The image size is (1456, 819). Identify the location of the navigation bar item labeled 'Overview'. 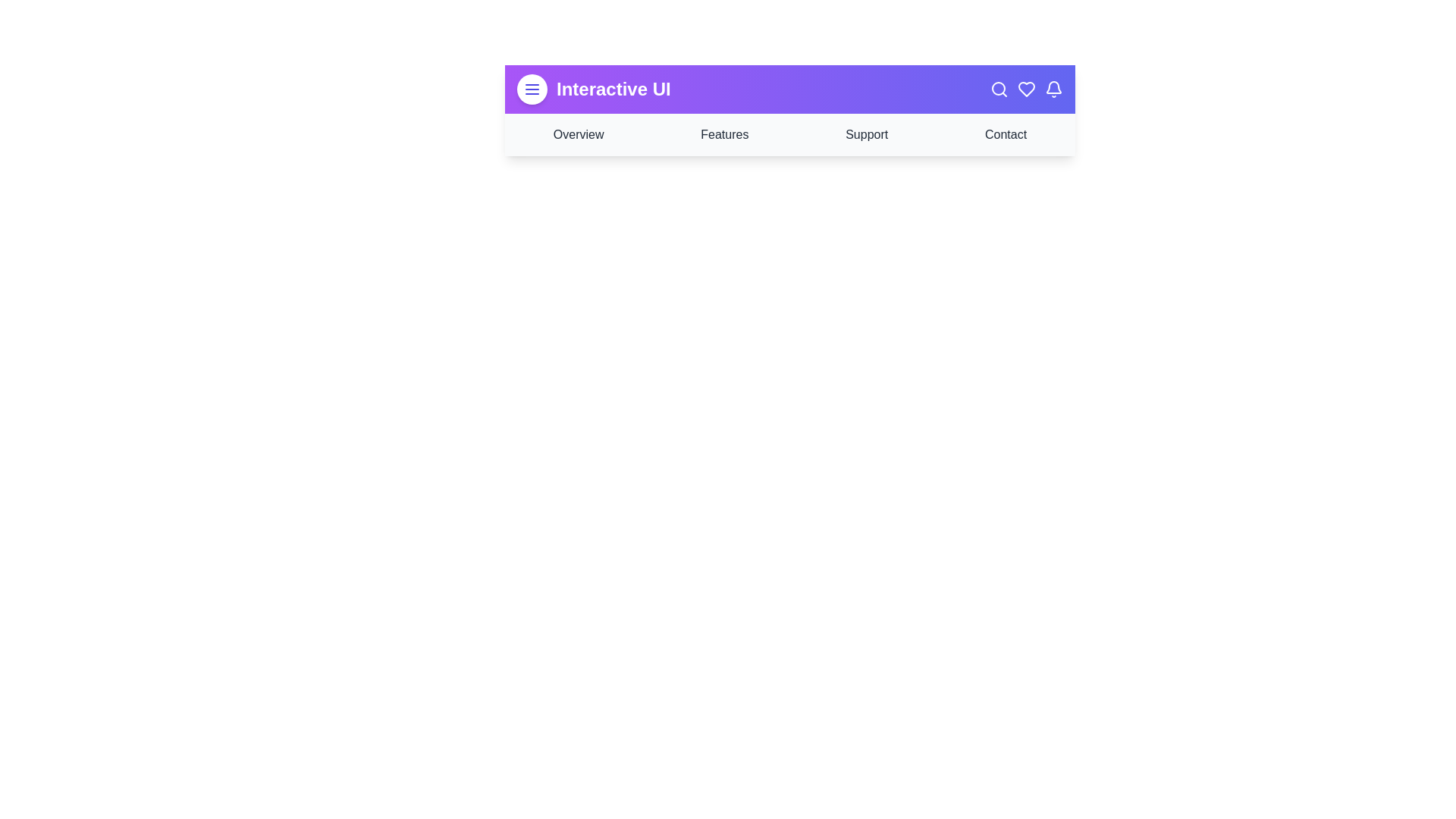
(578, 133).